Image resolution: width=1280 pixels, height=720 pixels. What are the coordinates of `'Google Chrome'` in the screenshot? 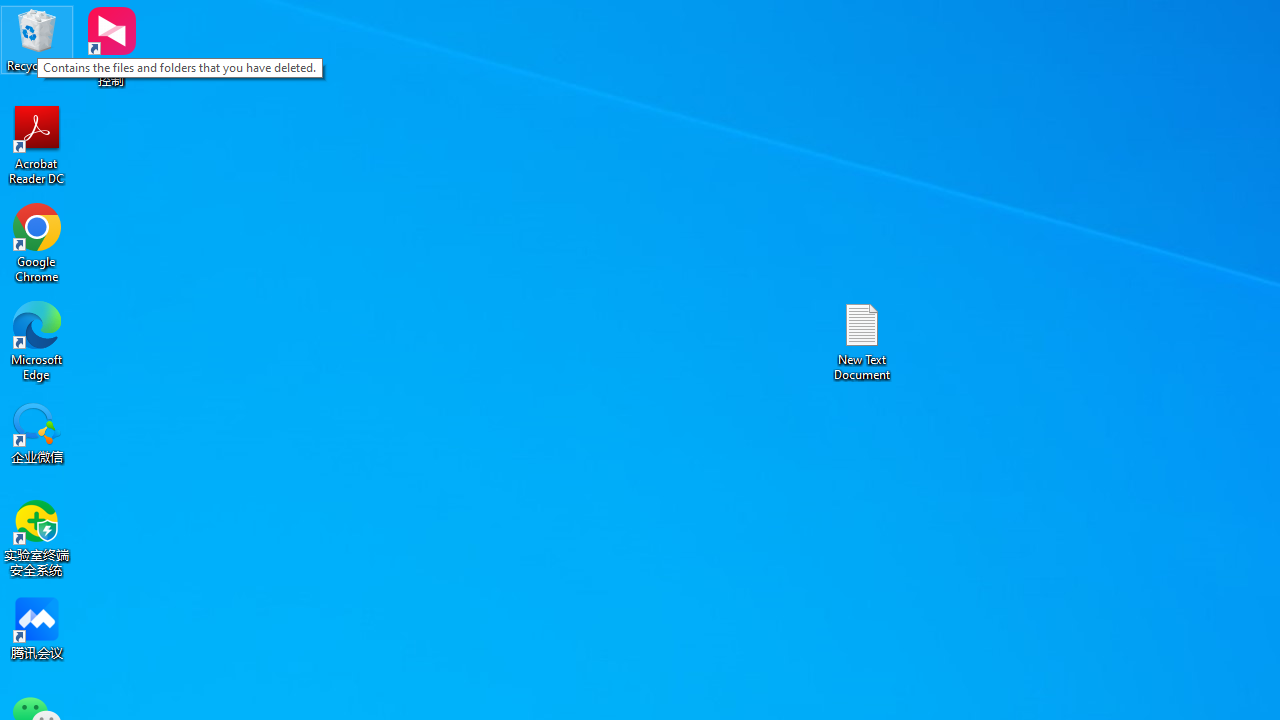 It's located at (37, 242).